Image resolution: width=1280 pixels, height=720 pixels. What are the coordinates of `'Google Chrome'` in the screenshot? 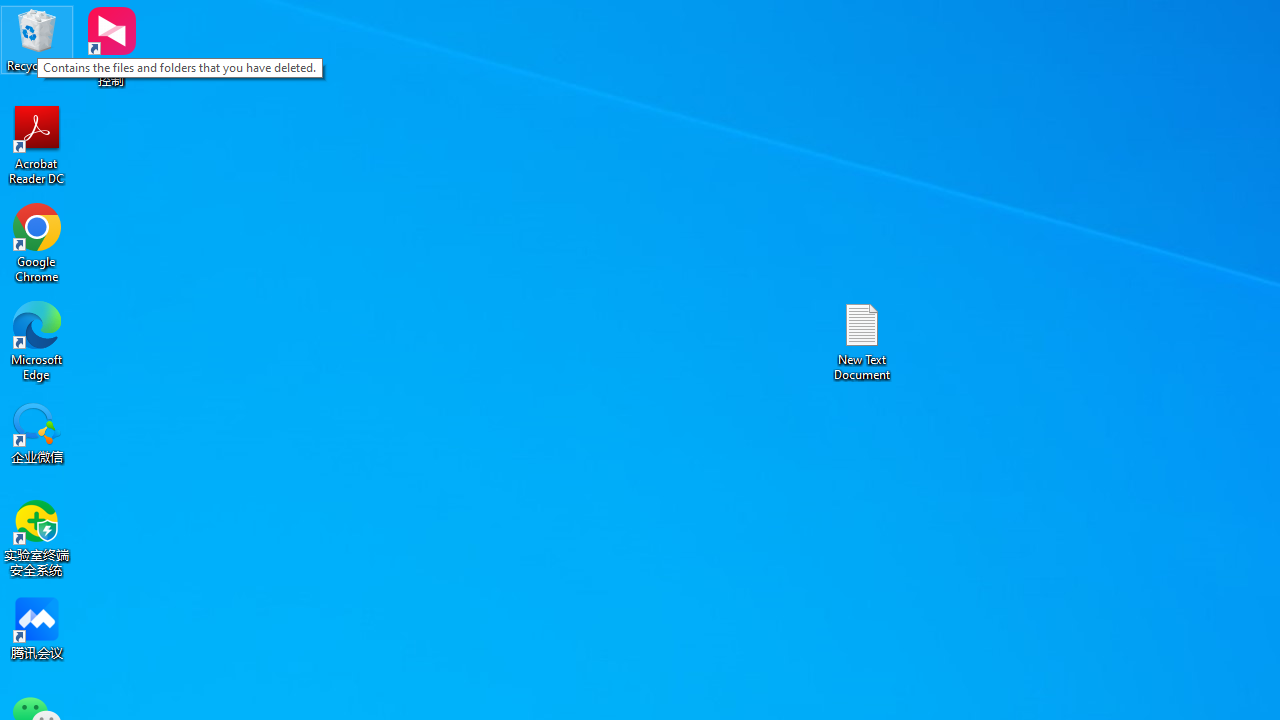 It's located at (37, 242).